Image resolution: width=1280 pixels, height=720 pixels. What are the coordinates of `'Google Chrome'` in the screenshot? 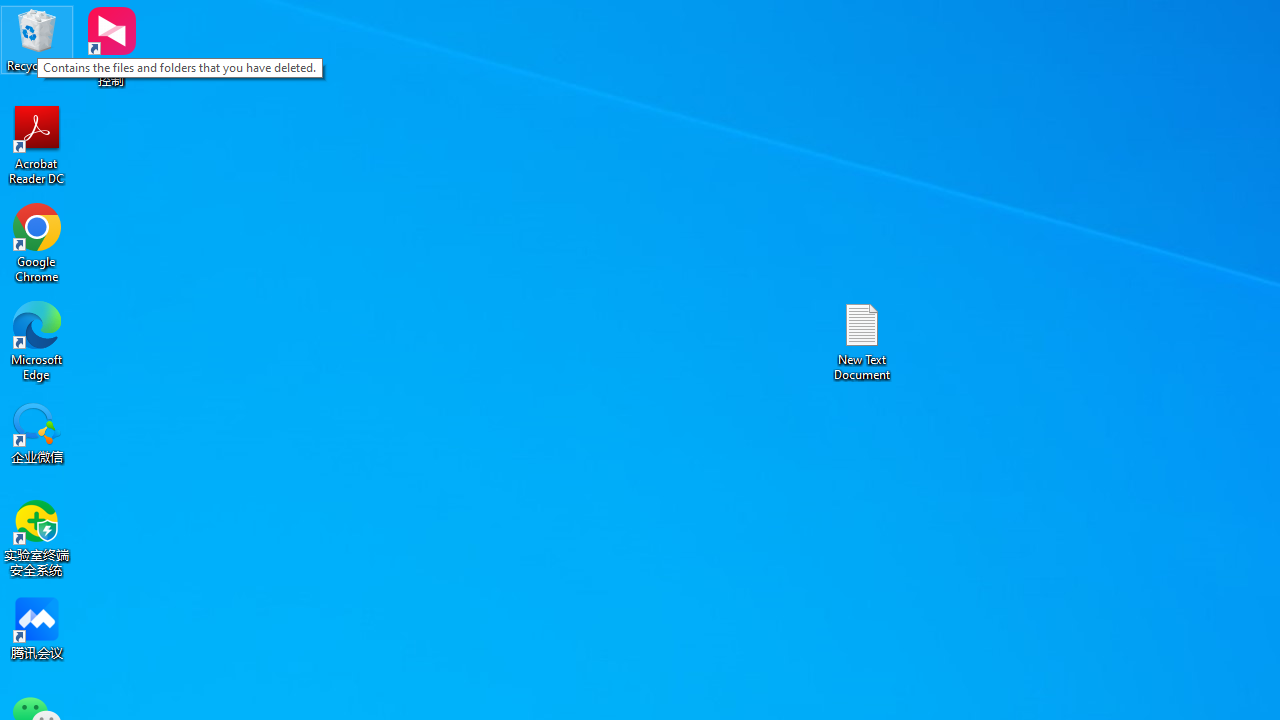 It's located at (37, 242).